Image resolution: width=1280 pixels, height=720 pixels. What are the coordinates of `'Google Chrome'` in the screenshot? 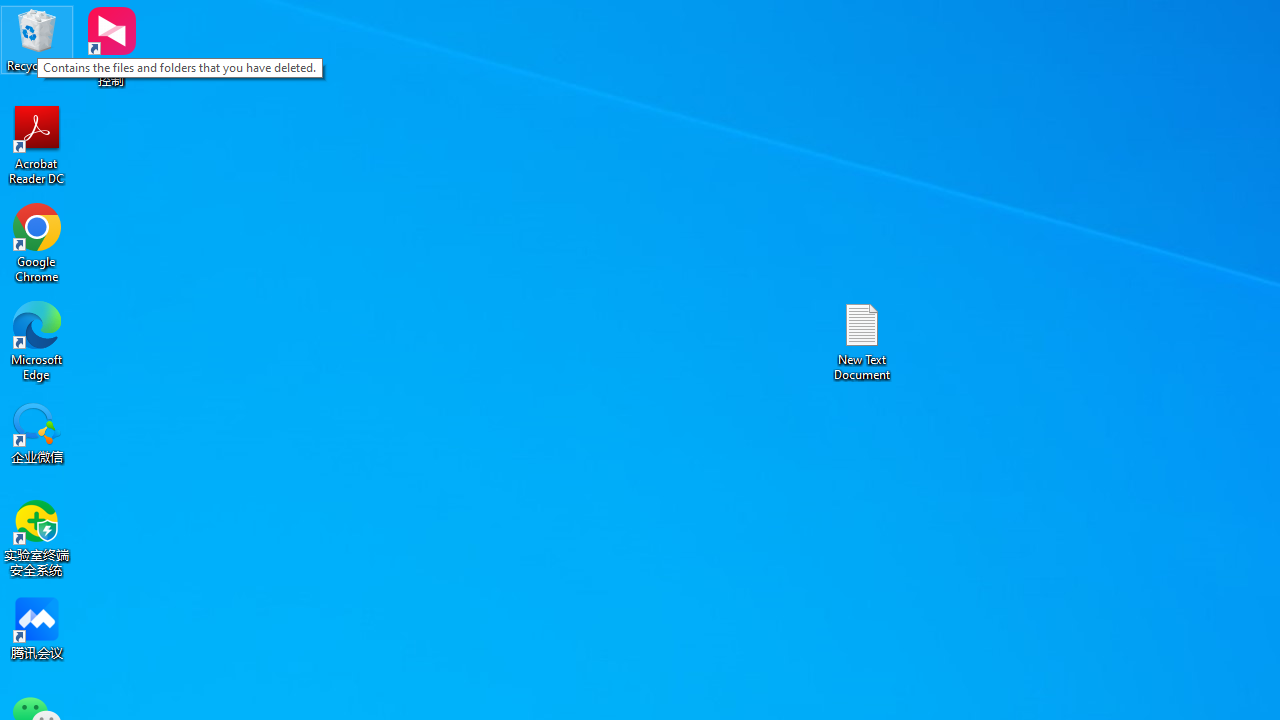 It's located at (37, 242).